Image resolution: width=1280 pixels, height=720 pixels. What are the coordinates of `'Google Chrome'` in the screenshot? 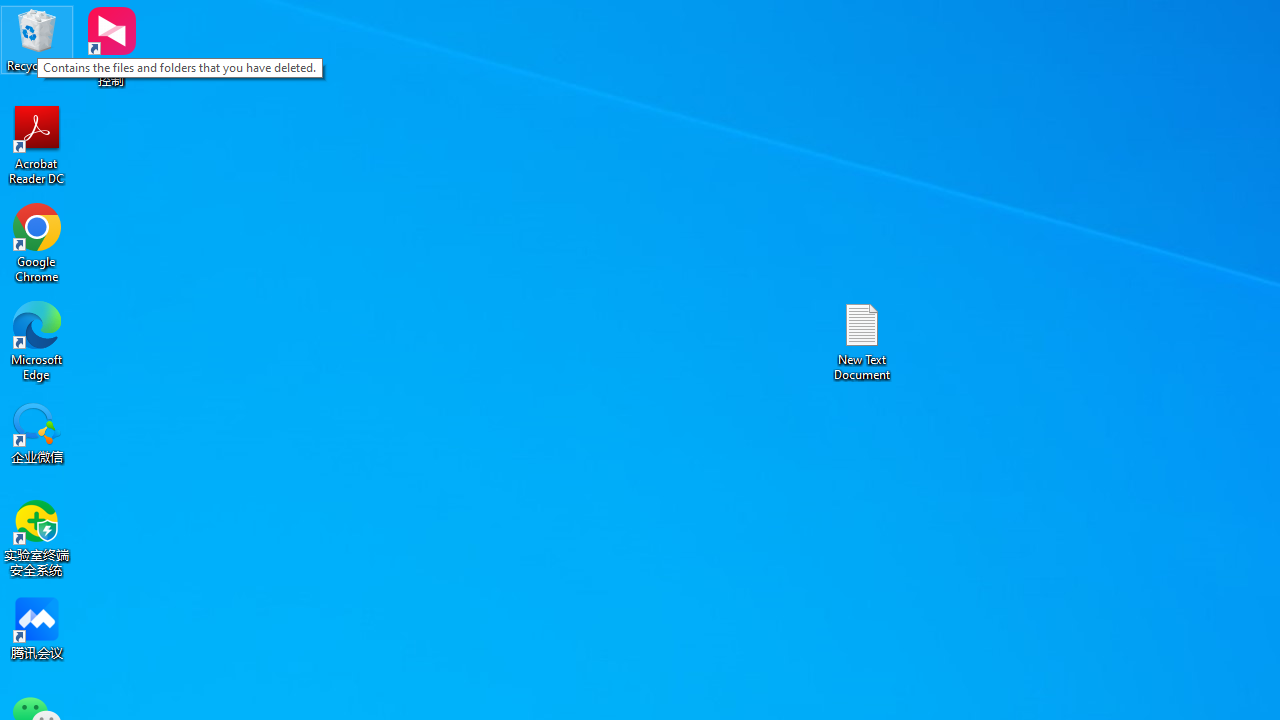 It's located at (37, 242).